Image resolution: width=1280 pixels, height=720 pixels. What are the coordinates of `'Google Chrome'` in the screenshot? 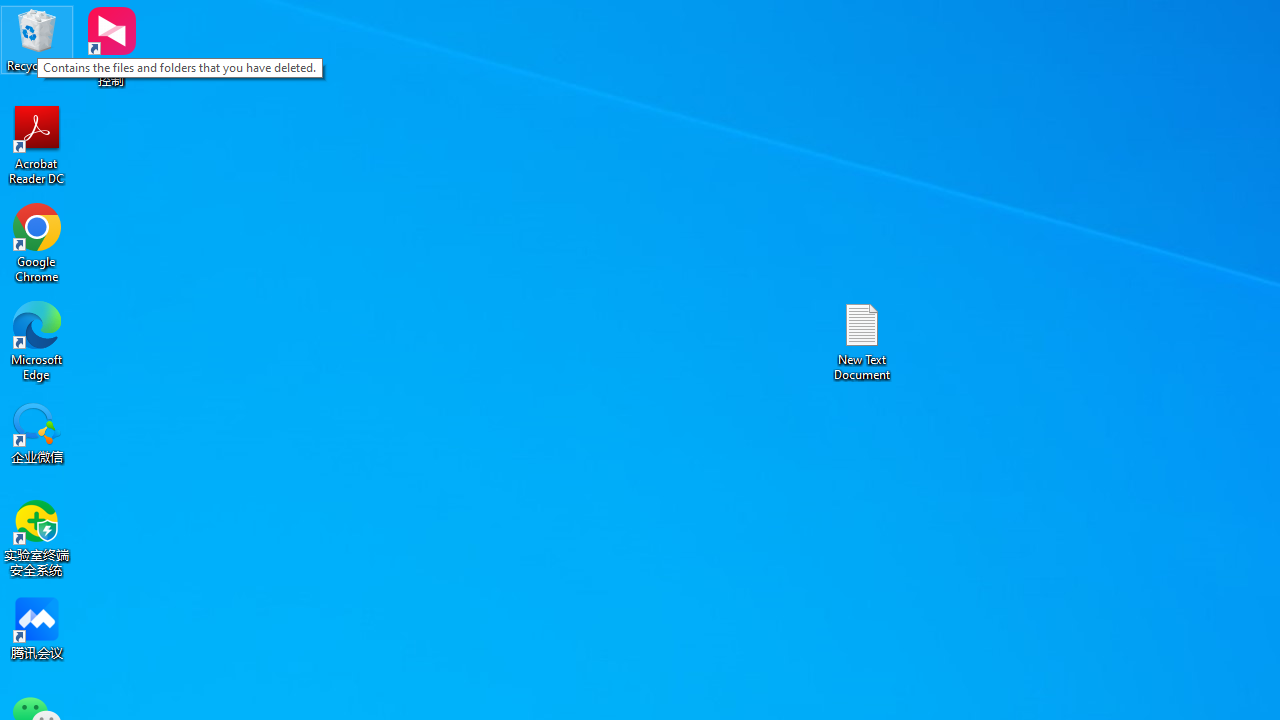 It's located at (37, 242).